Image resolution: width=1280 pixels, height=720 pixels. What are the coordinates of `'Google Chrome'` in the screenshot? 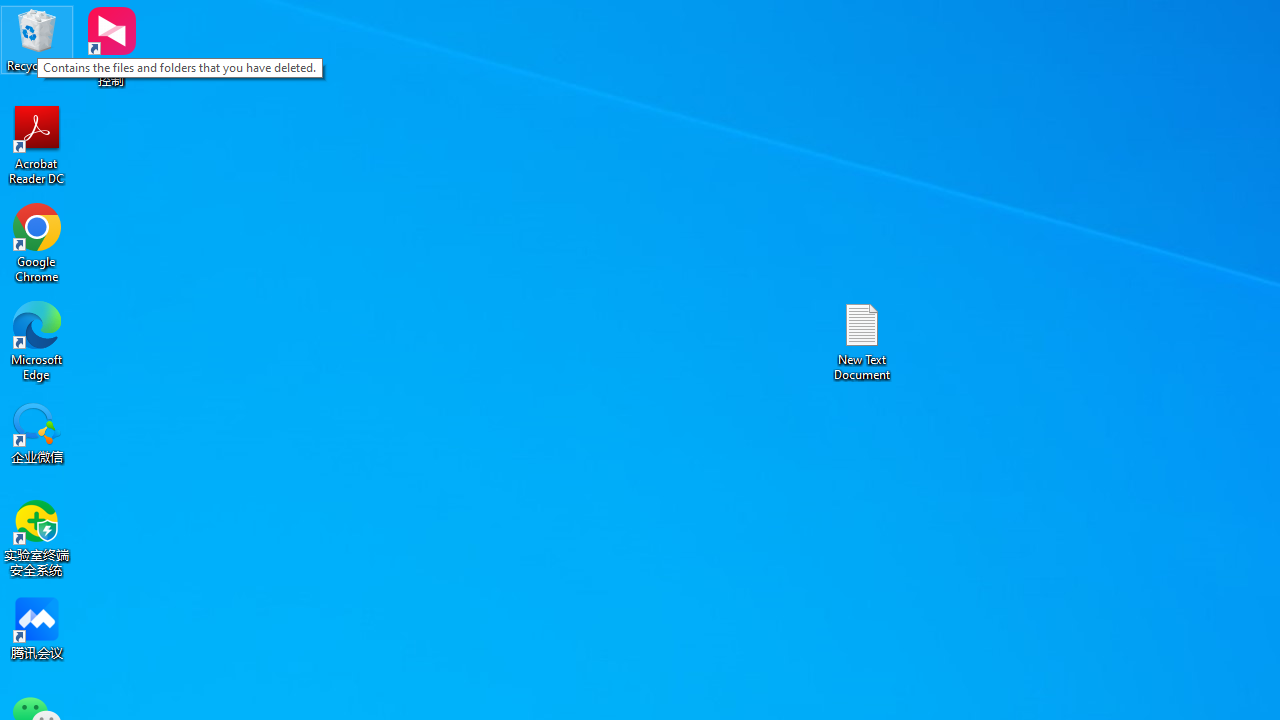 It's located at (37, 242).